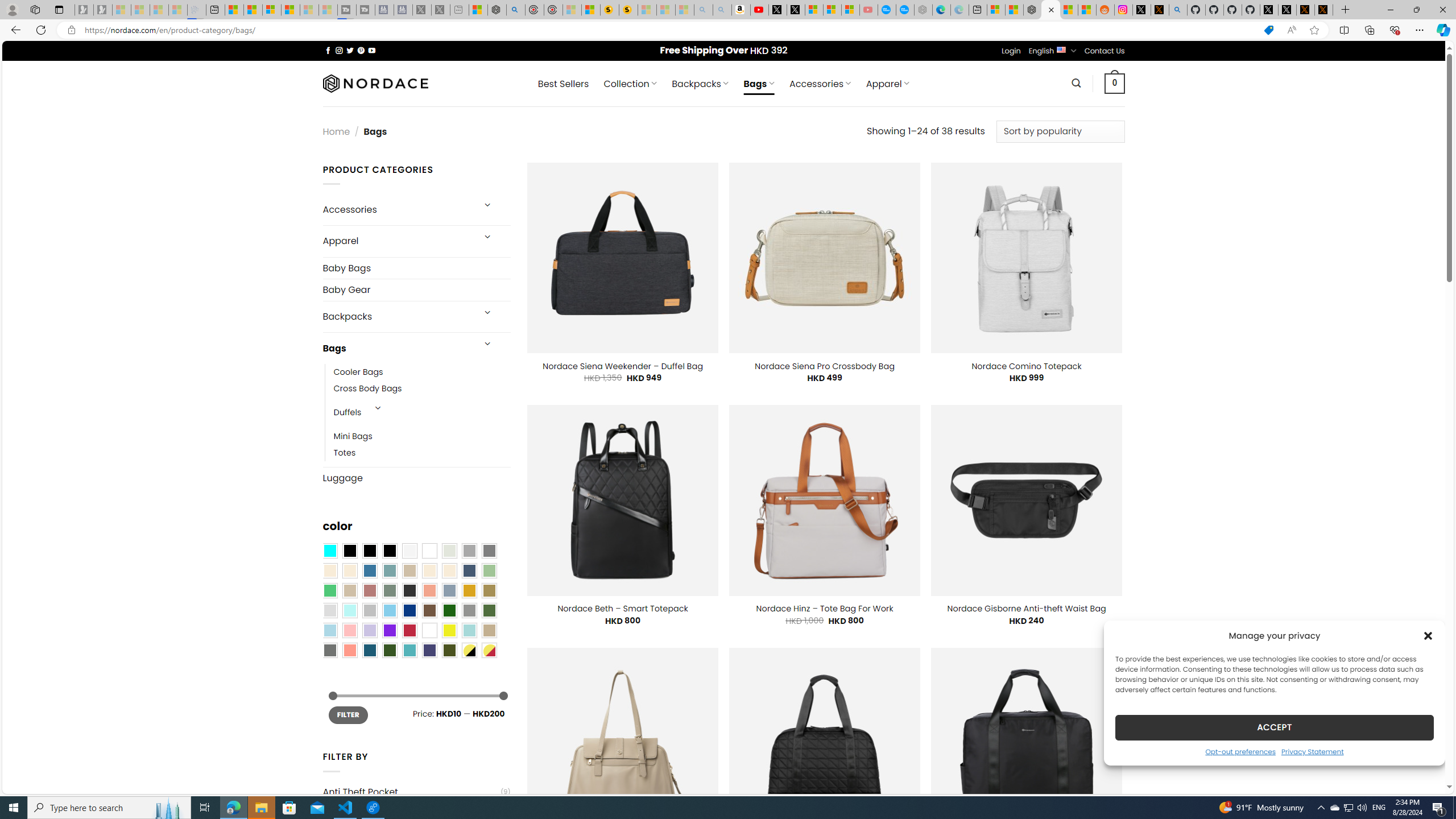 The image size is (1456, 819). What do you see at coordinates (449, 630) in the screenshot?
I see `'Yellow'` at bounding box center [449, 630].